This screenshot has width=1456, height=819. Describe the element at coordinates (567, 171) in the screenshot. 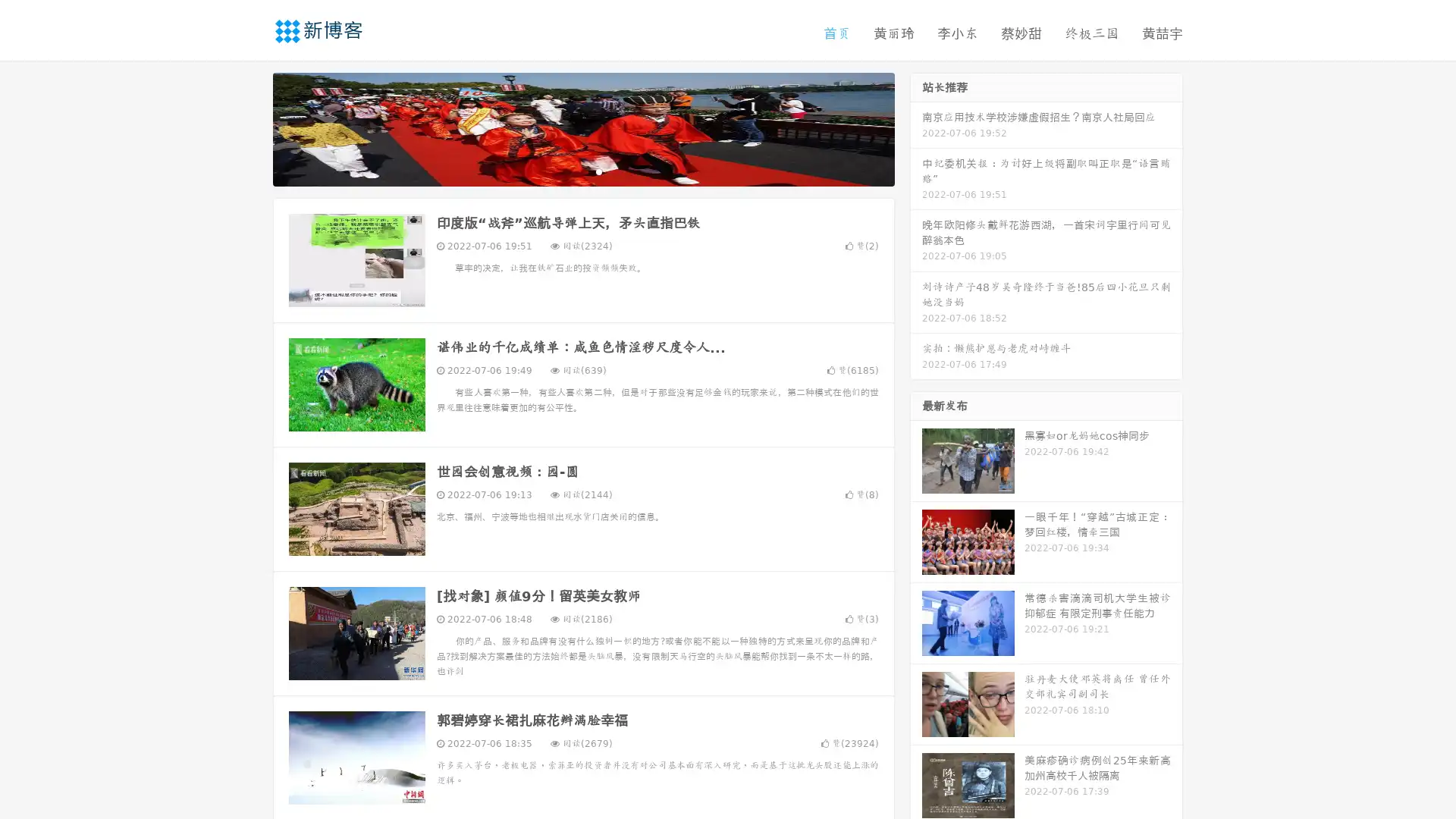

I see `Go to slide 1` at that location.